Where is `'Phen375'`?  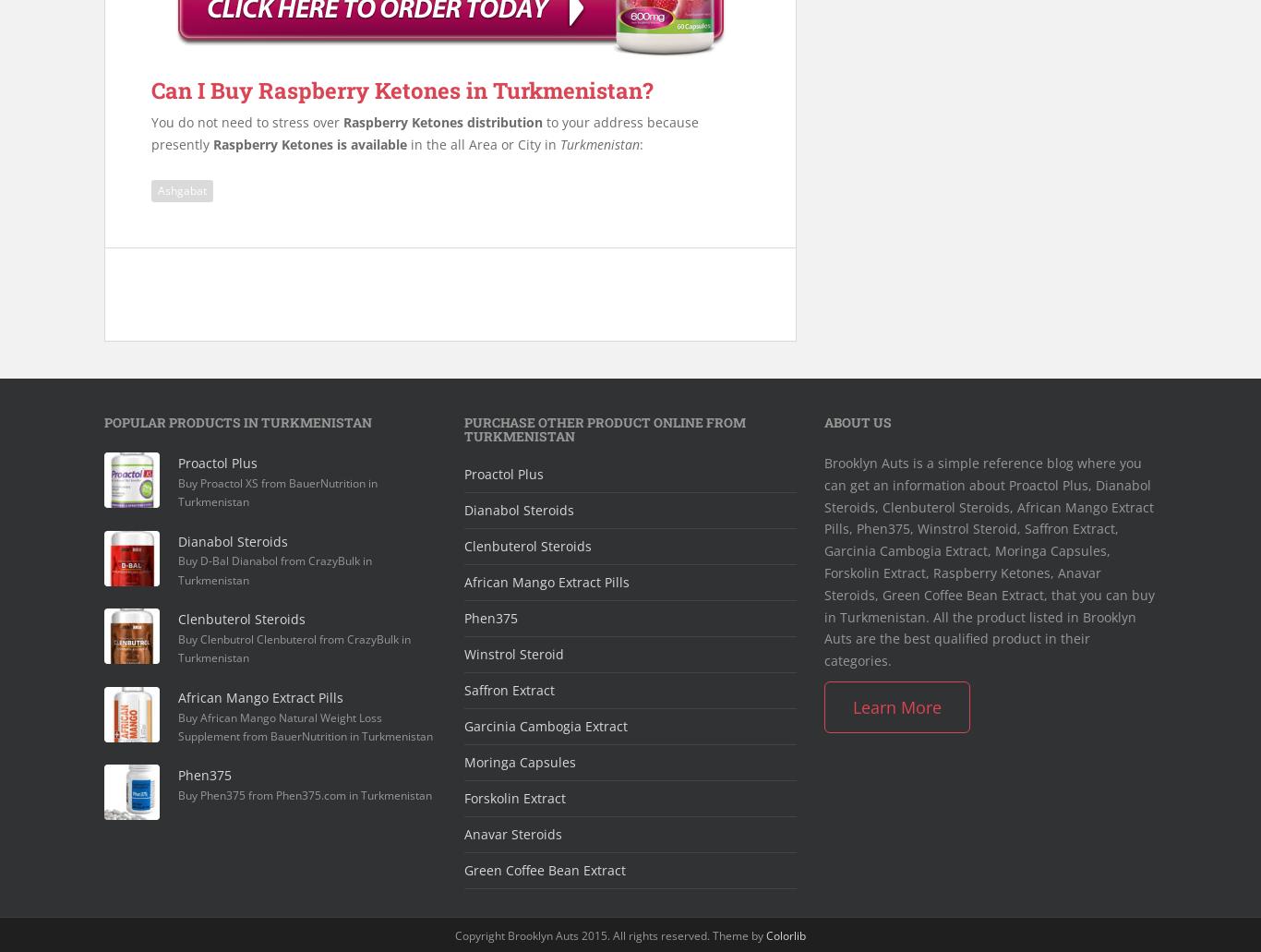 'Phen375' is located at coordinates (491, 618).